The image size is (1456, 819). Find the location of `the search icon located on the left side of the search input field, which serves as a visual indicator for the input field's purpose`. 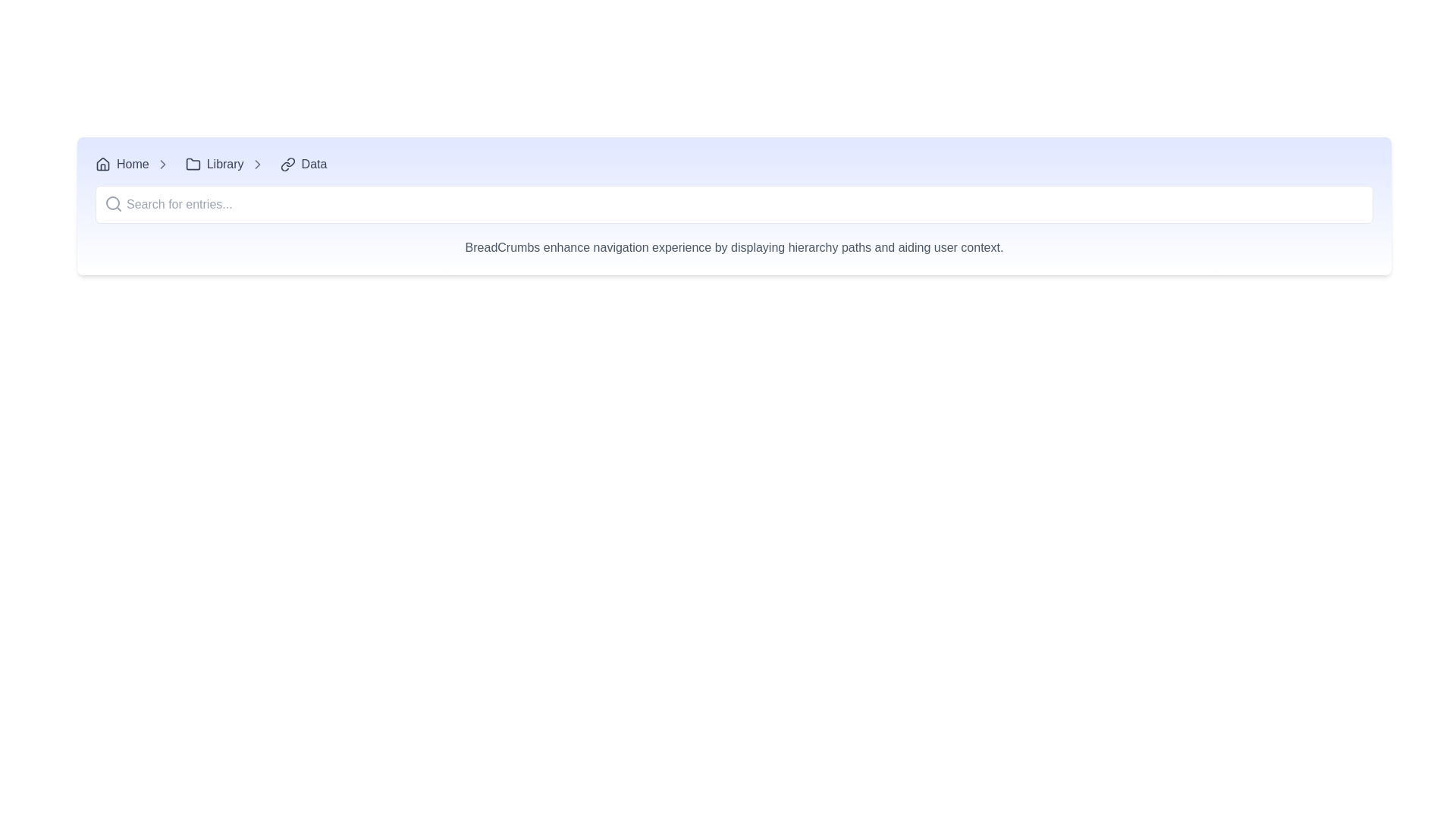

the search icon located on the left side of the search input field, which serves as a visual indicator for the input field's purpose is located at coordinates (112, 203).